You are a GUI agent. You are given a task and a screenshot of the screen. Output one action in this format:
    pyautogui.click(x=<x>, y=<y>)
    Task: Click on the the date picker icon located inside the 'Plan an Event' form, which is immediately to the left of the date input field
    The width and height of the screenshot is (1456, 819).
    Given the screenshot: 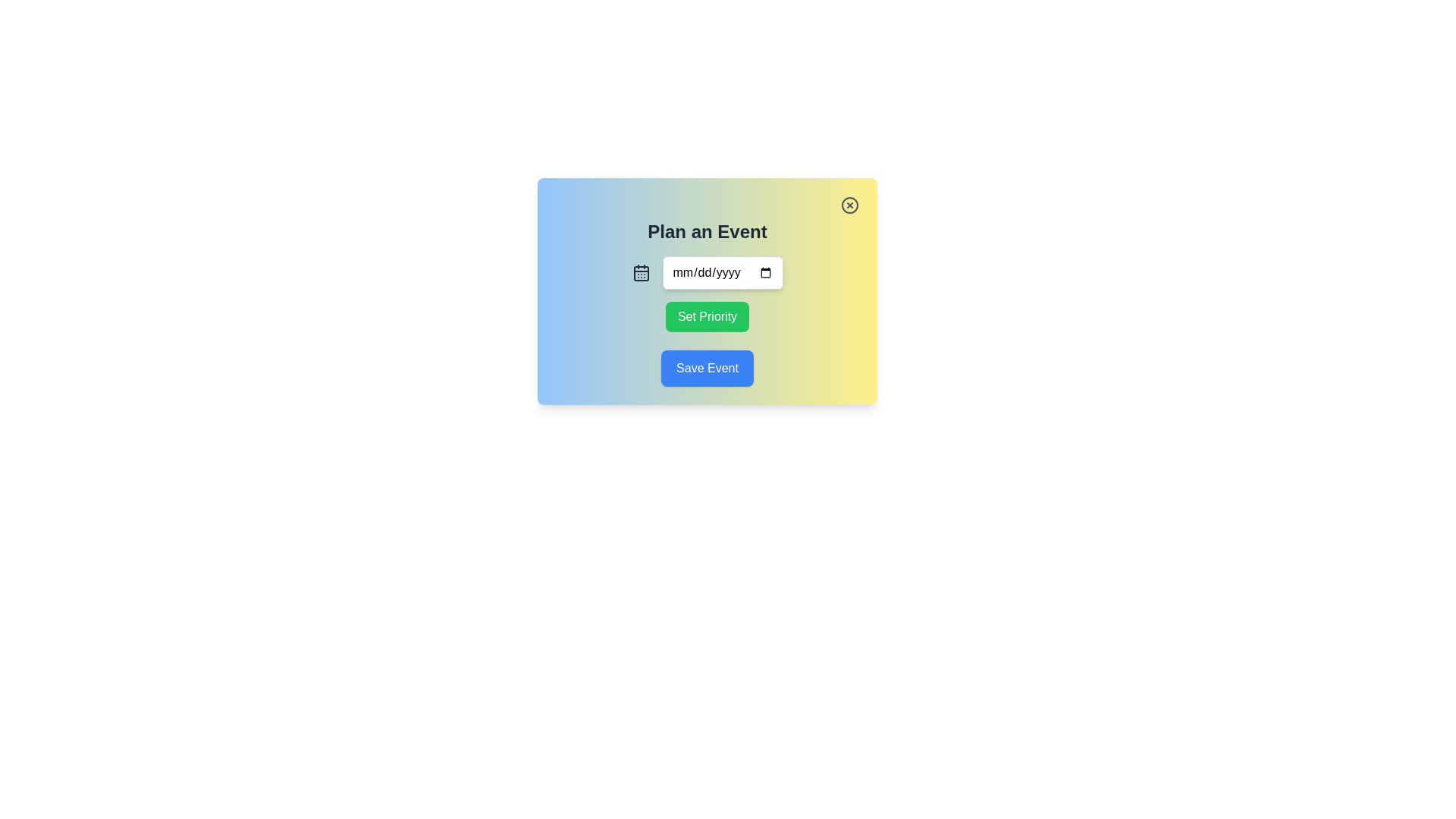 What is the action you would take?
    pyautogui.click(x=641, y=271)
    